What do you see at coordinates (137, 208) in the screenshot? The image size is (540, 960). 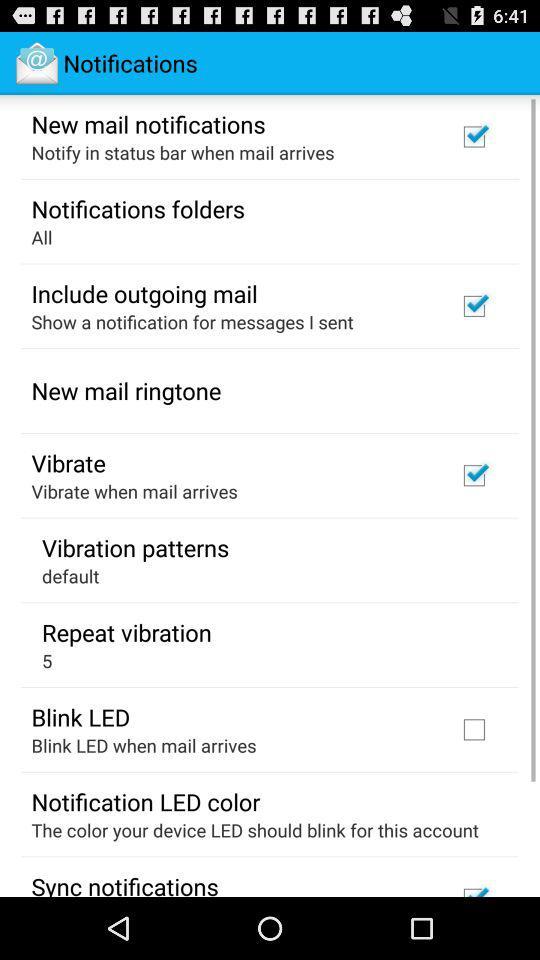 I see `app below the notify in status icon` at bounding box center [137, 208].